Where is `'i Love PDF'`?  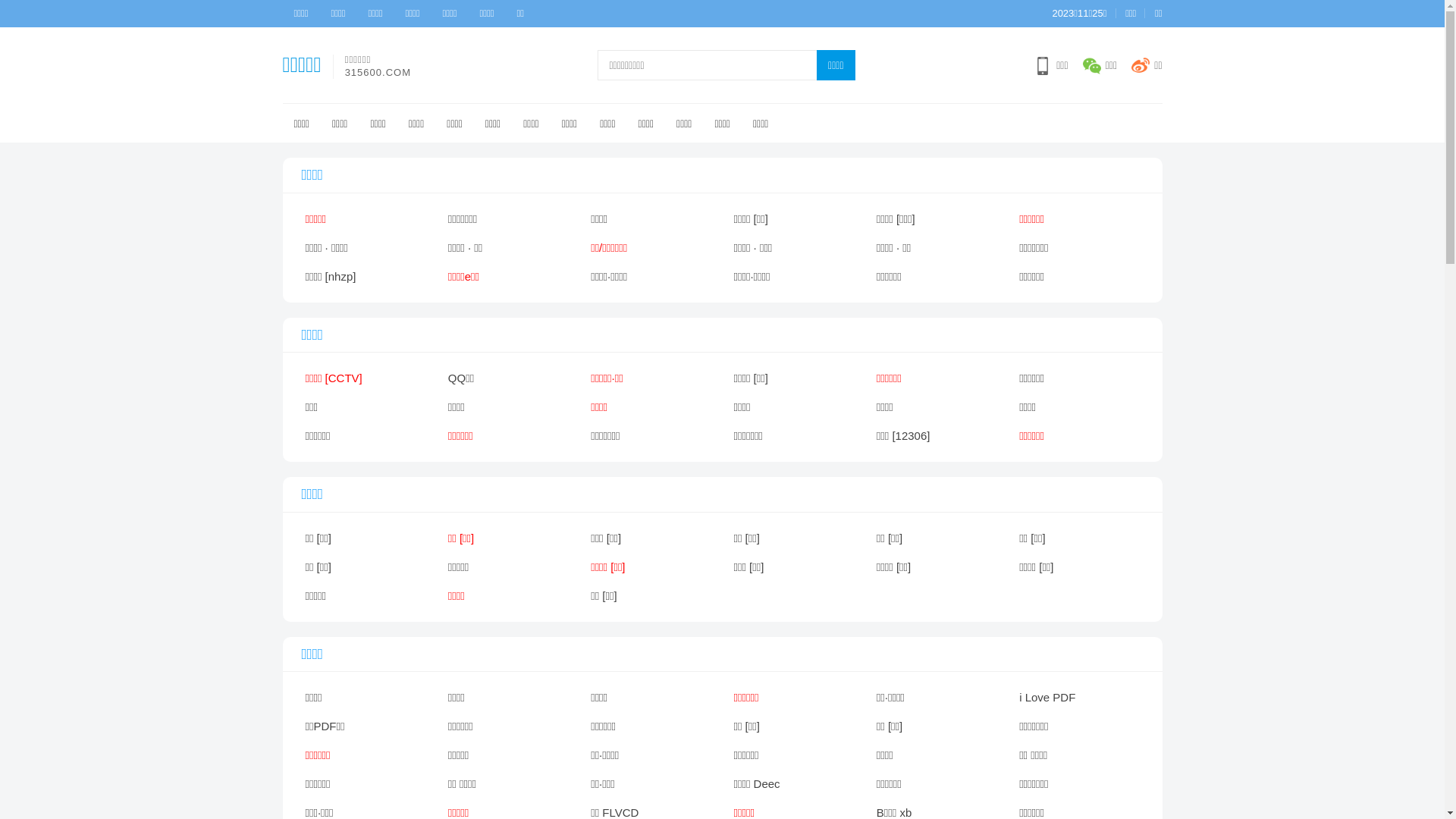 'i Love PDF' is located at coordinates (1078, 698).